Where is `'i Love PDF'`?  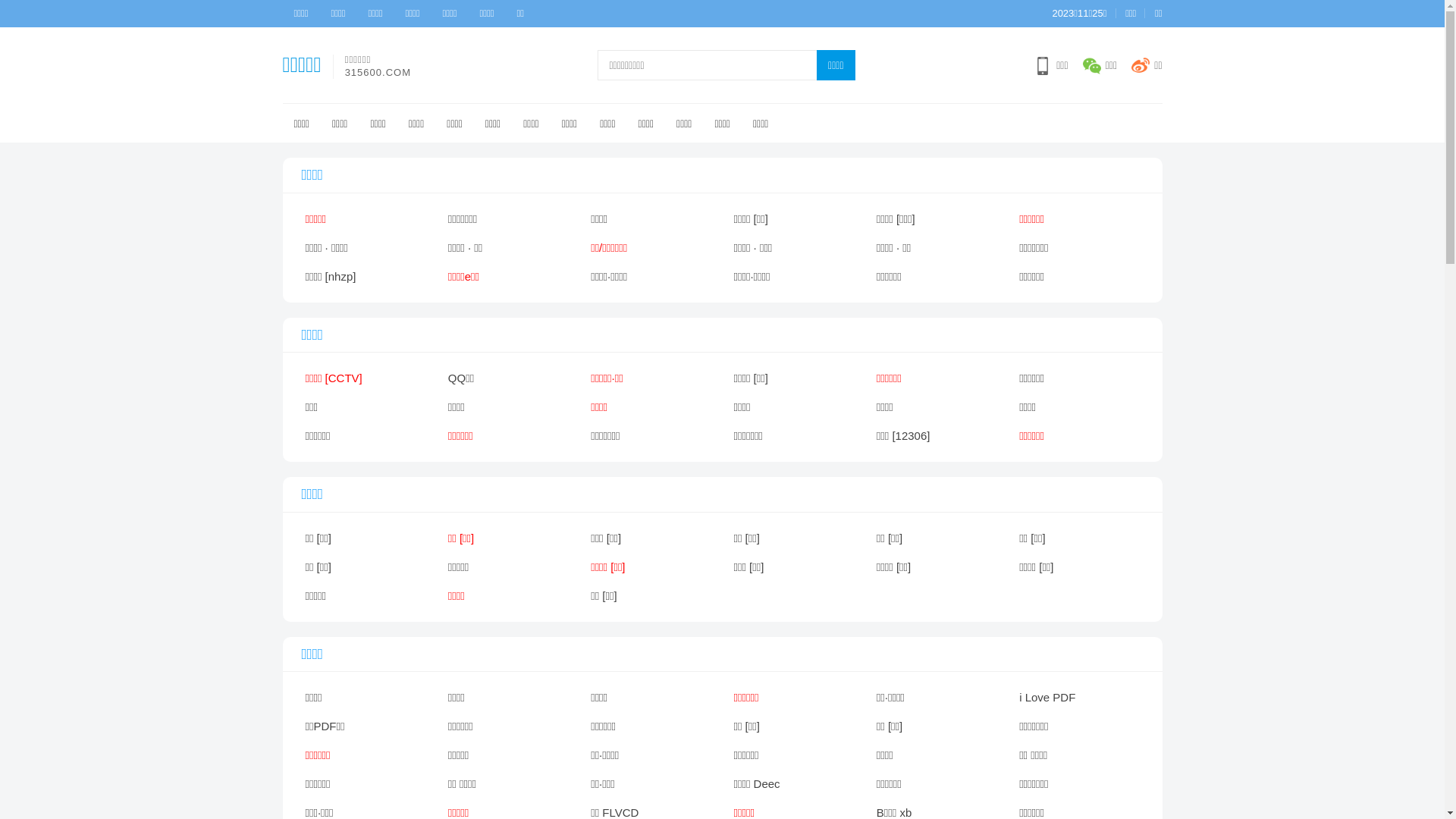 'i Love PDF' is located at coordinates (1078, 698).